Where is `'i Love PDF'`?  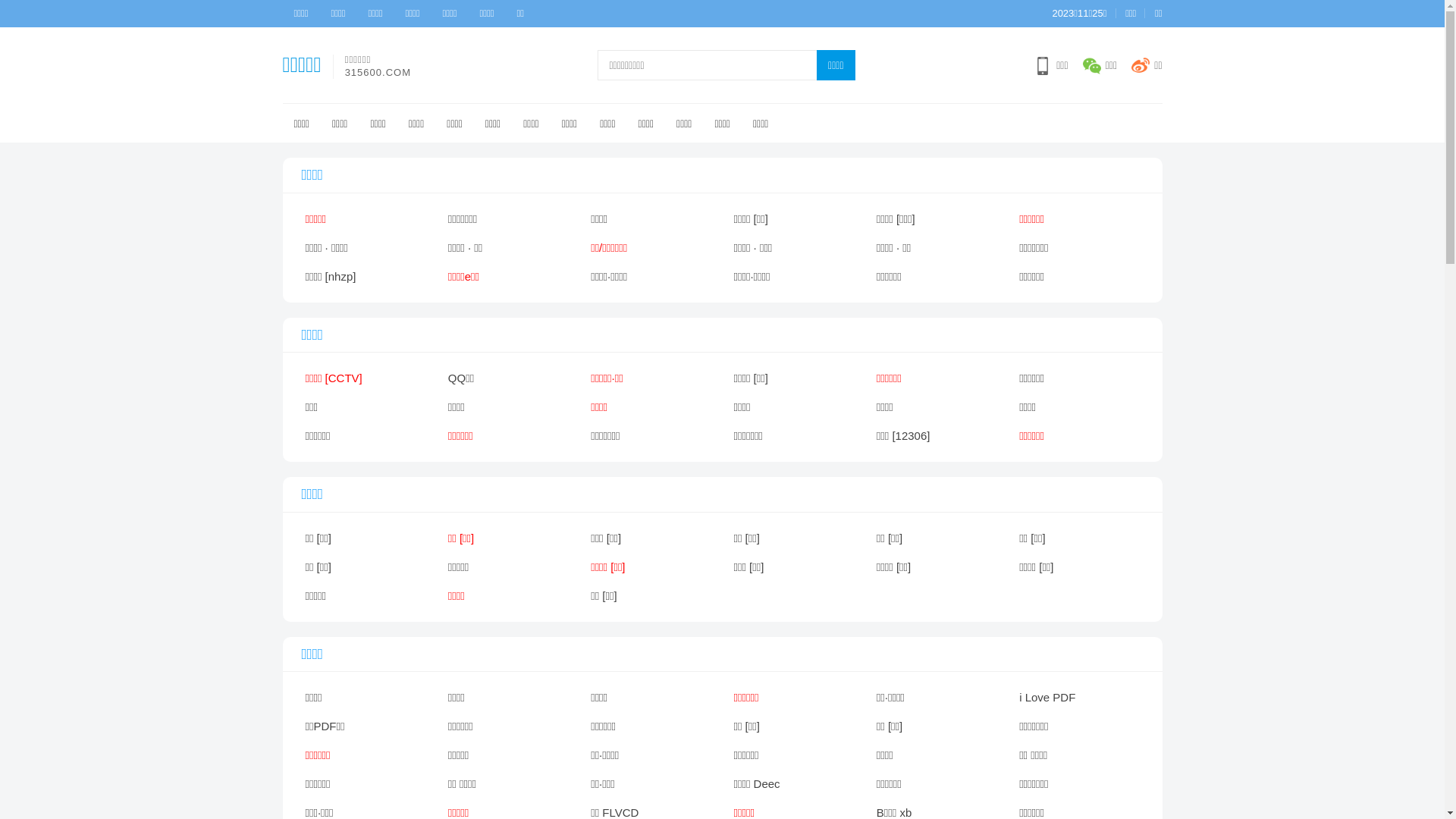 'i Love PDF' is located at coordinates (1078, 698).